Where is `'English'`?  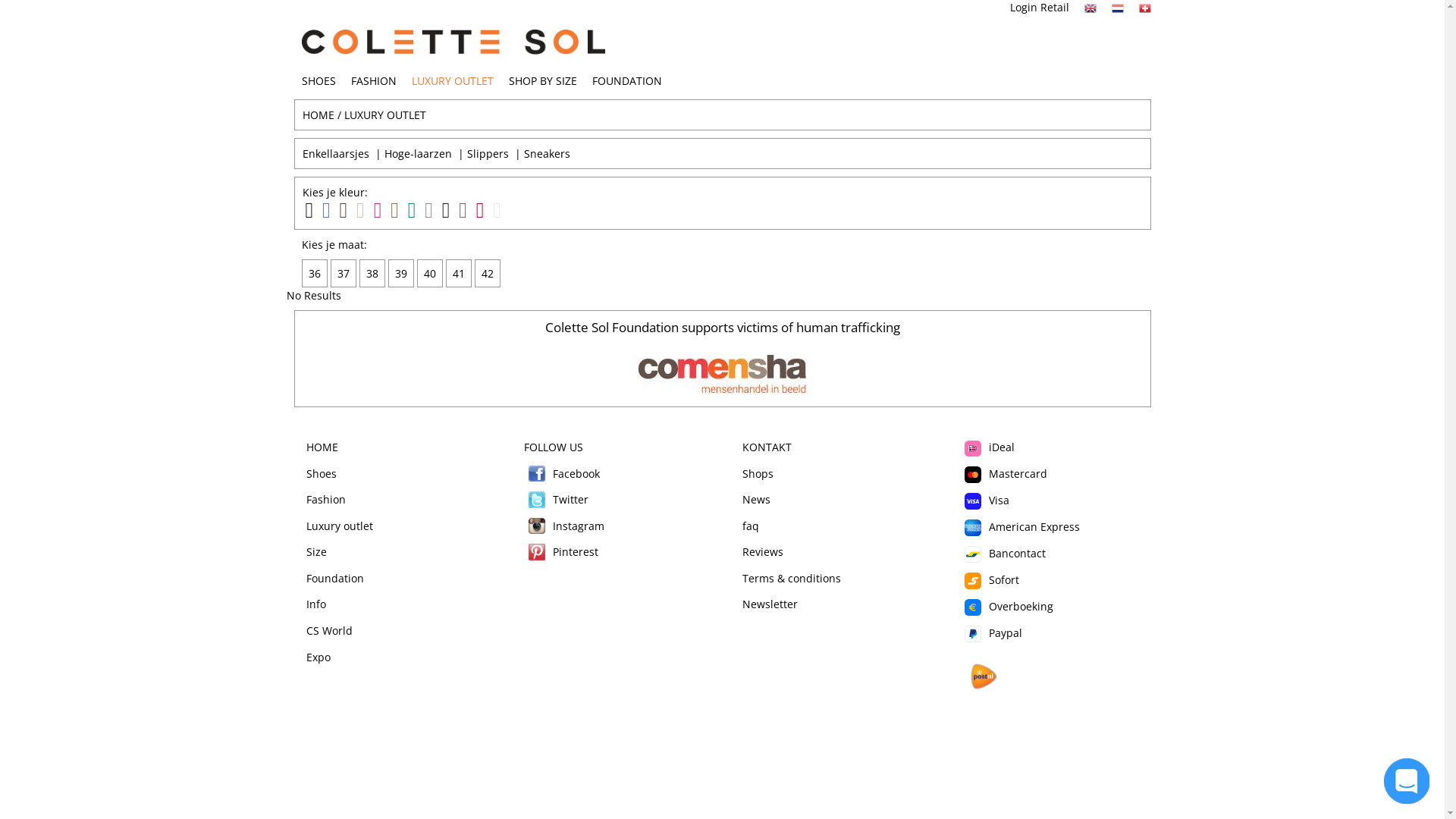
'English' is located at coordinates (1084, 8).